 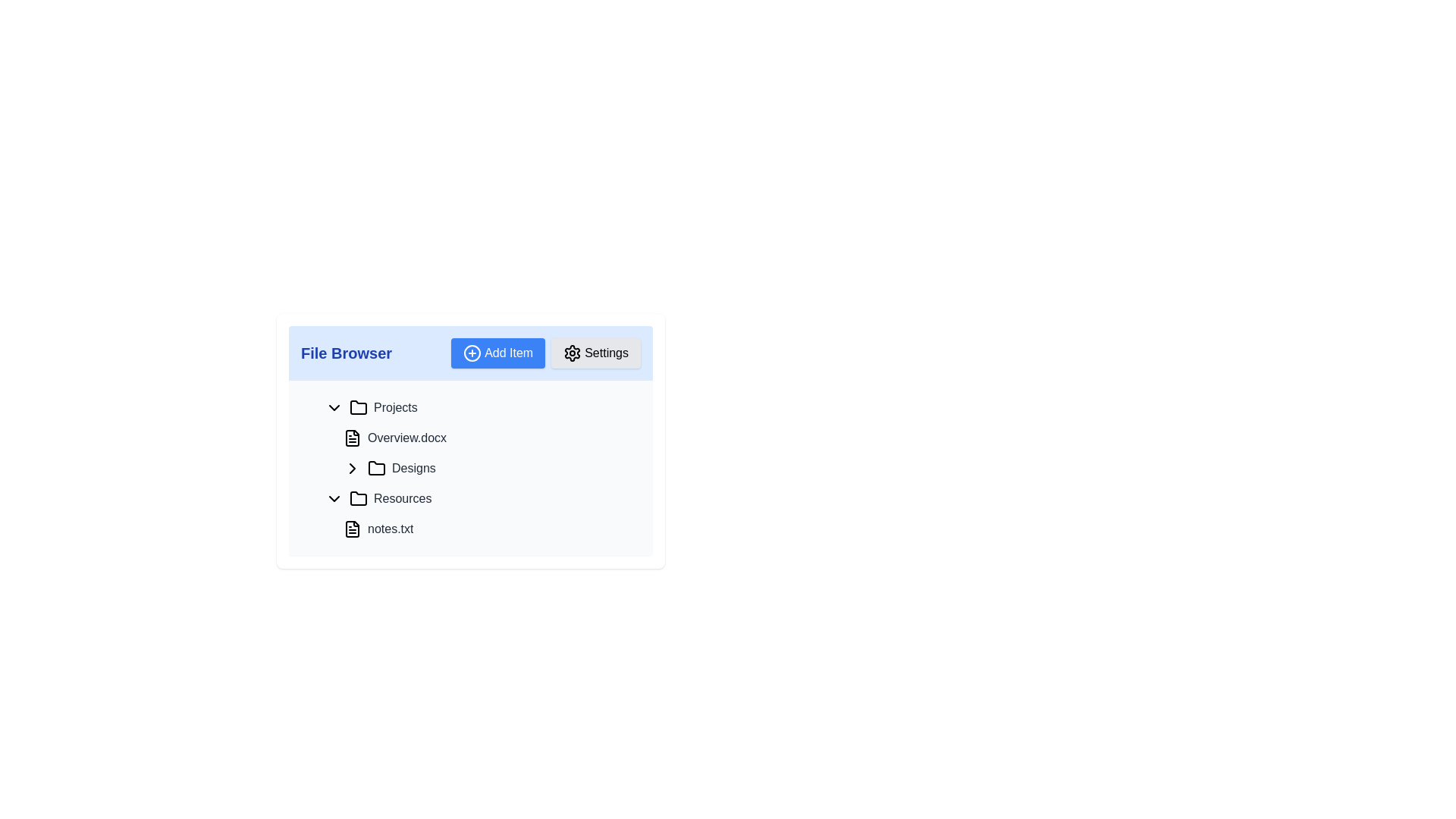 What do you see at coordinates (377, 467) in the screenshot?
I see `the folder icon, which is styled with a simple outline design and located to the left of the 'Designs' label in the file browsing section` at bounding box center [377, 467].